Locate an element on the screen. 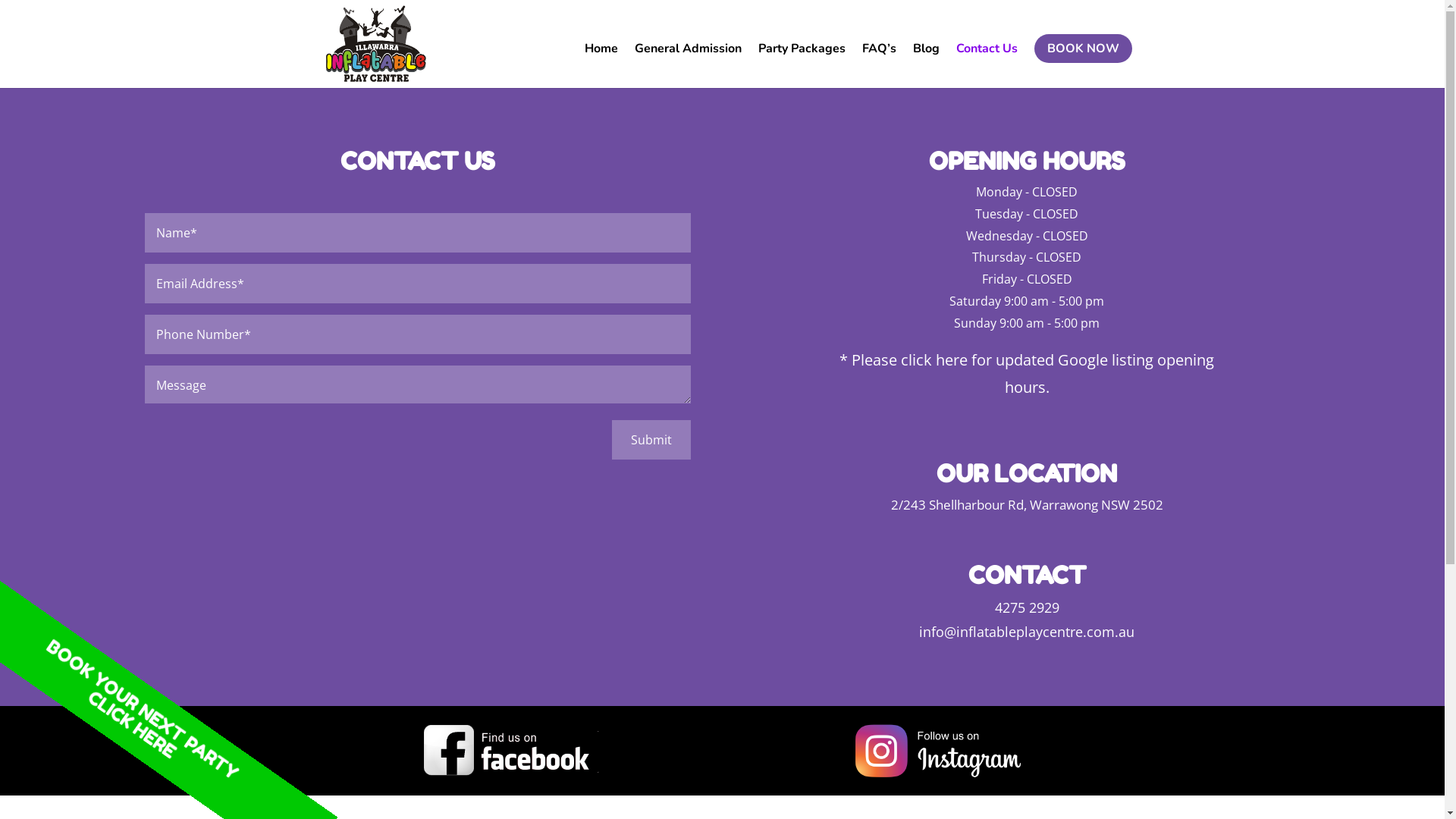 Image resolution: width=1456 pixels, height=819 pixels. 'Blog' is located at coordinates (925, 64).